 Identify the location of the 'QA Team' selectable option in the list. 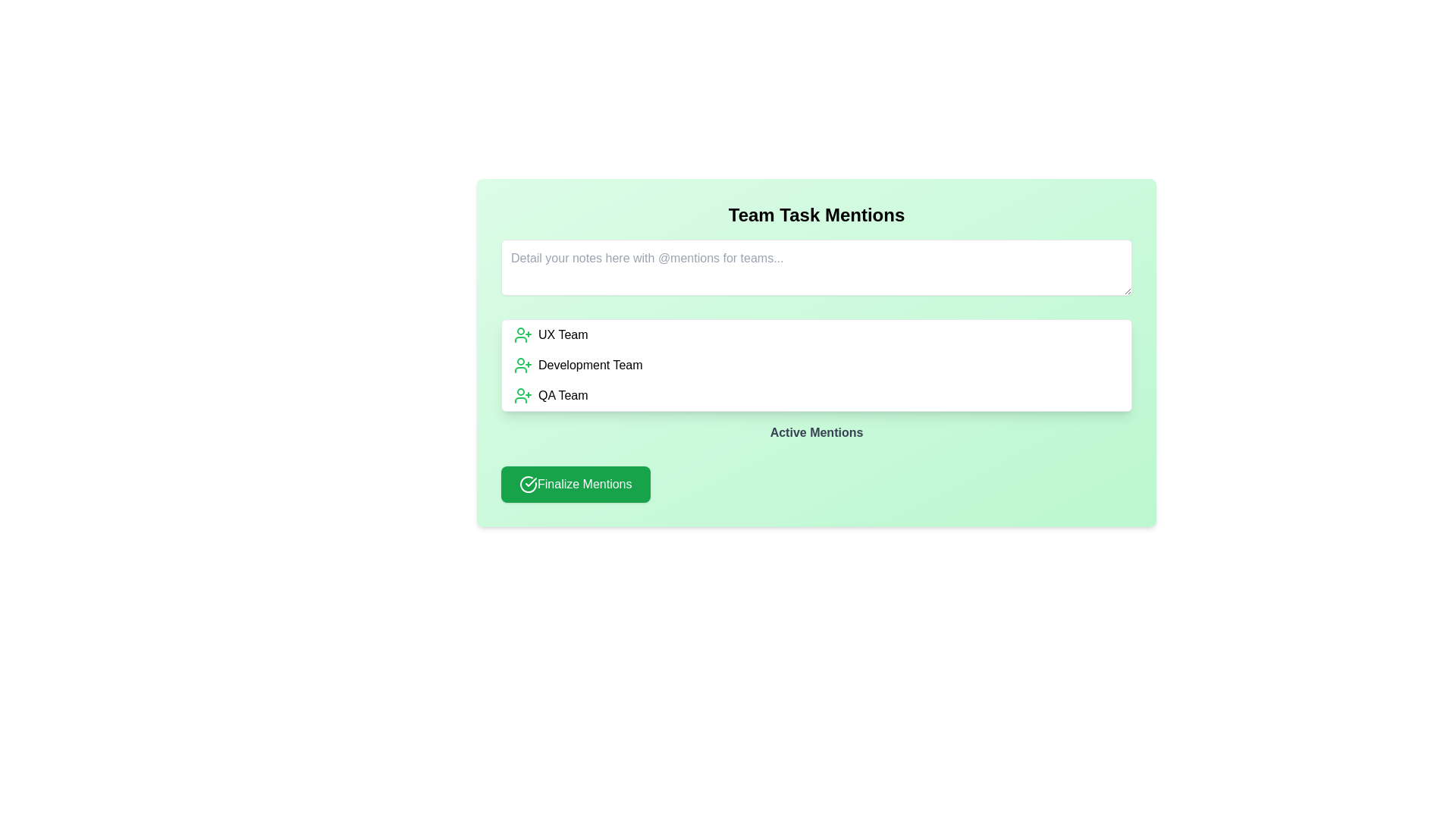
(815, 394).